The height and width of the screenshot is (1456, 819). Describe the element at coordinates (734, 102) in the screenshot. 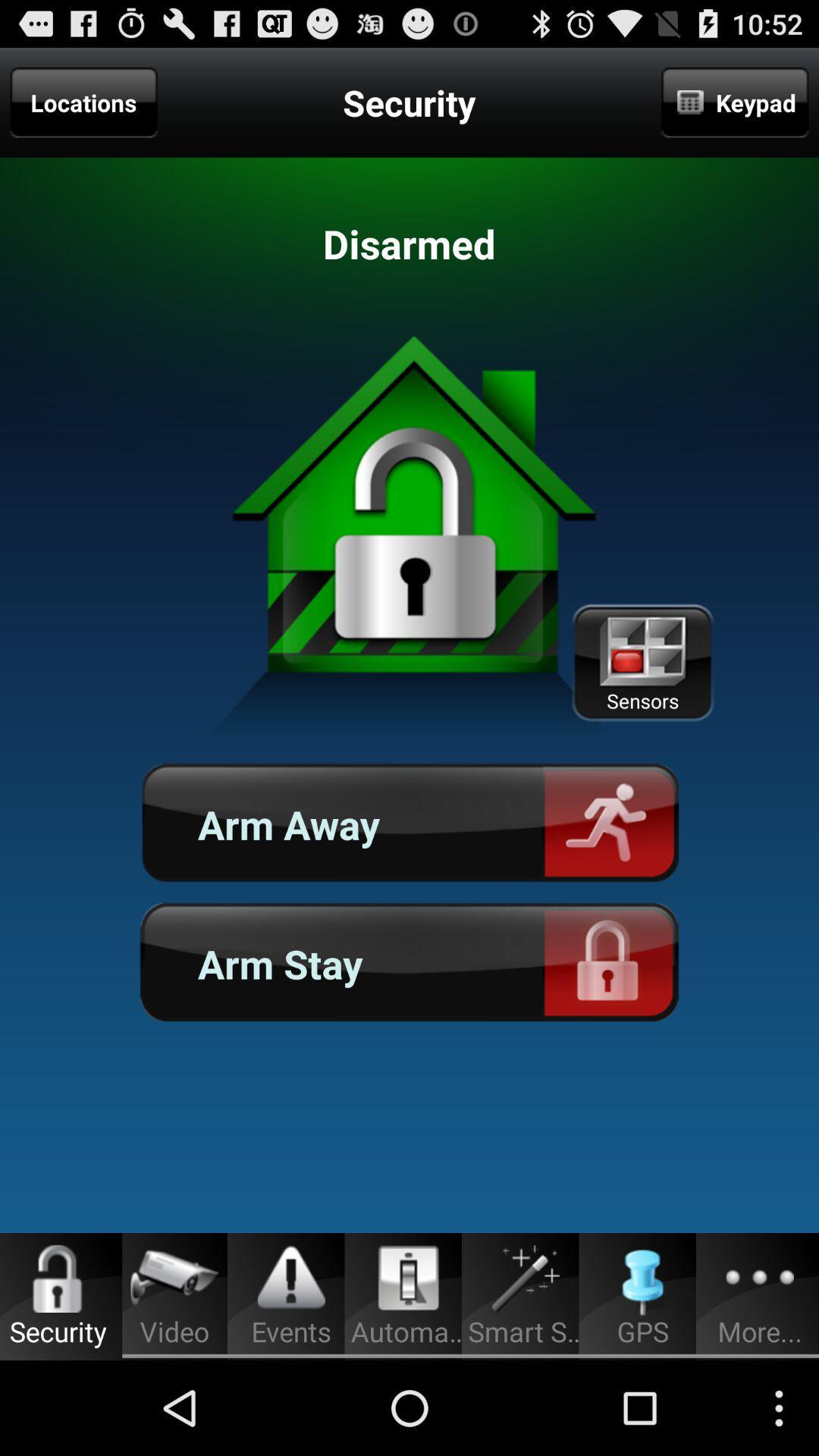

I see `keypad` at that location.